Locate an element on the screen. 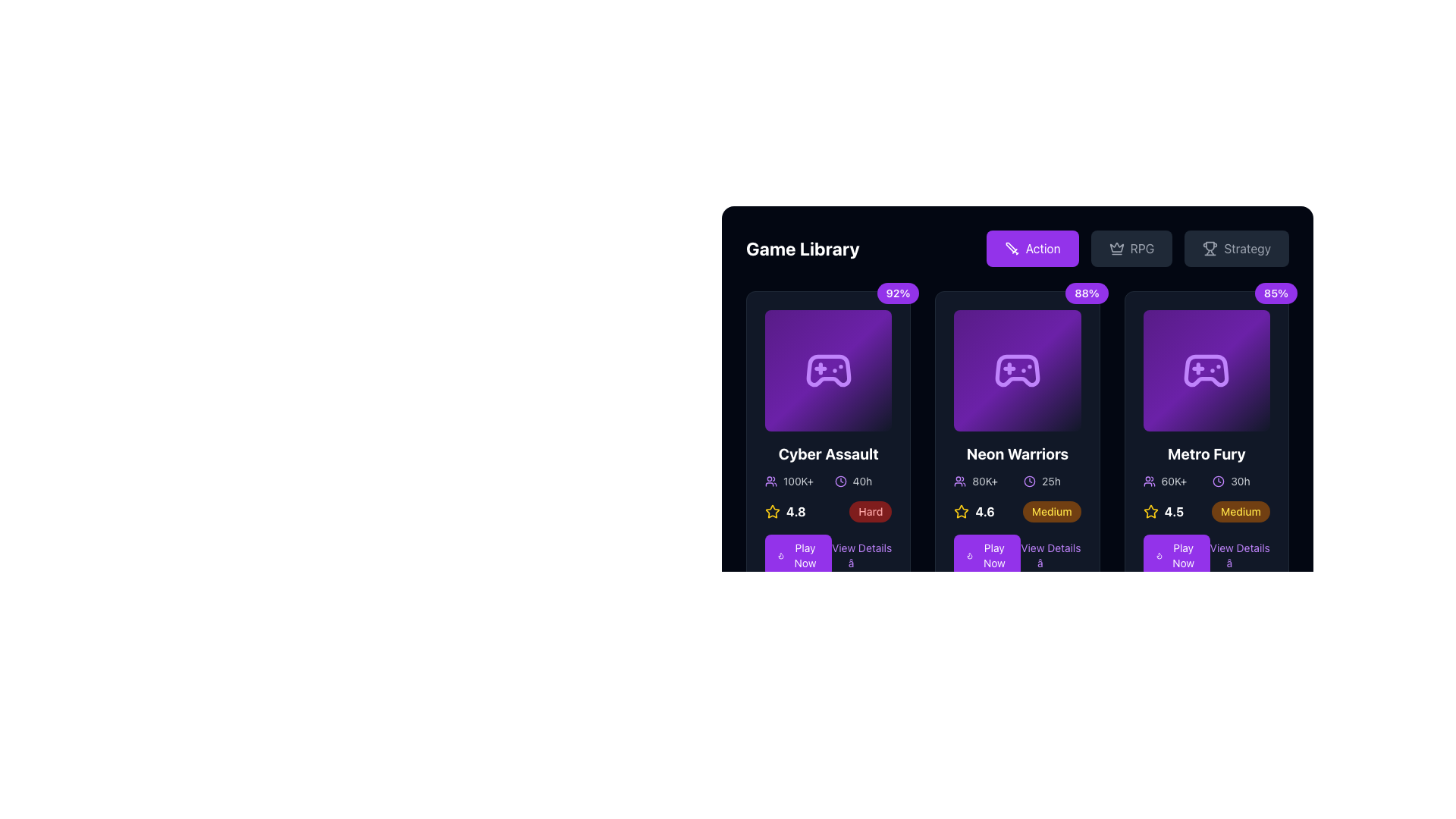 The width and height of the screenshot is (1456, 819). informational text displaying '100K+' and '40h' with associated icons, located under the title 'Cyber Assault' is located at coordinates (827, 482).